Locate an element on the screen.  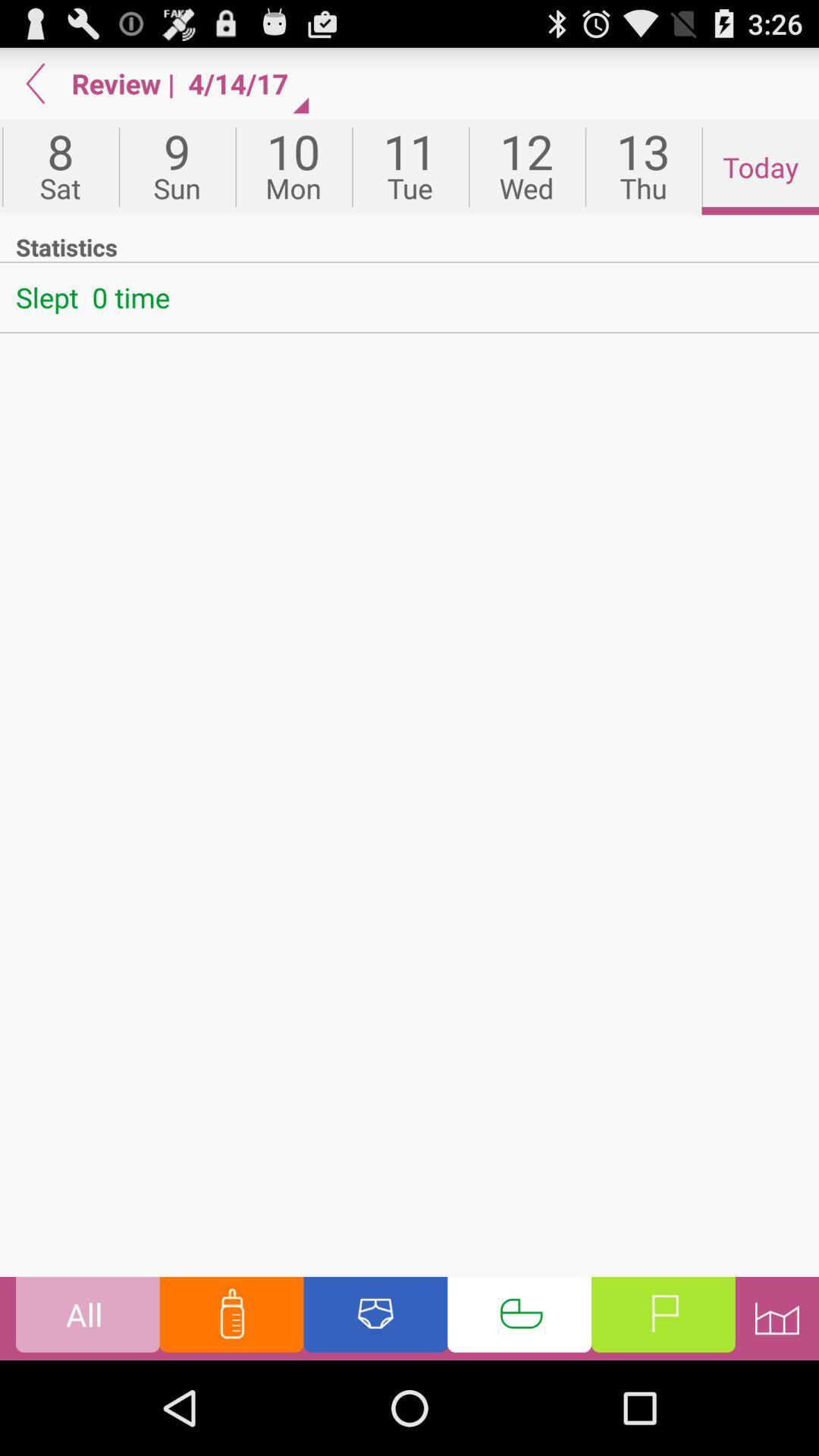
the arrow_backward icon is located at coordinates (35, 89).